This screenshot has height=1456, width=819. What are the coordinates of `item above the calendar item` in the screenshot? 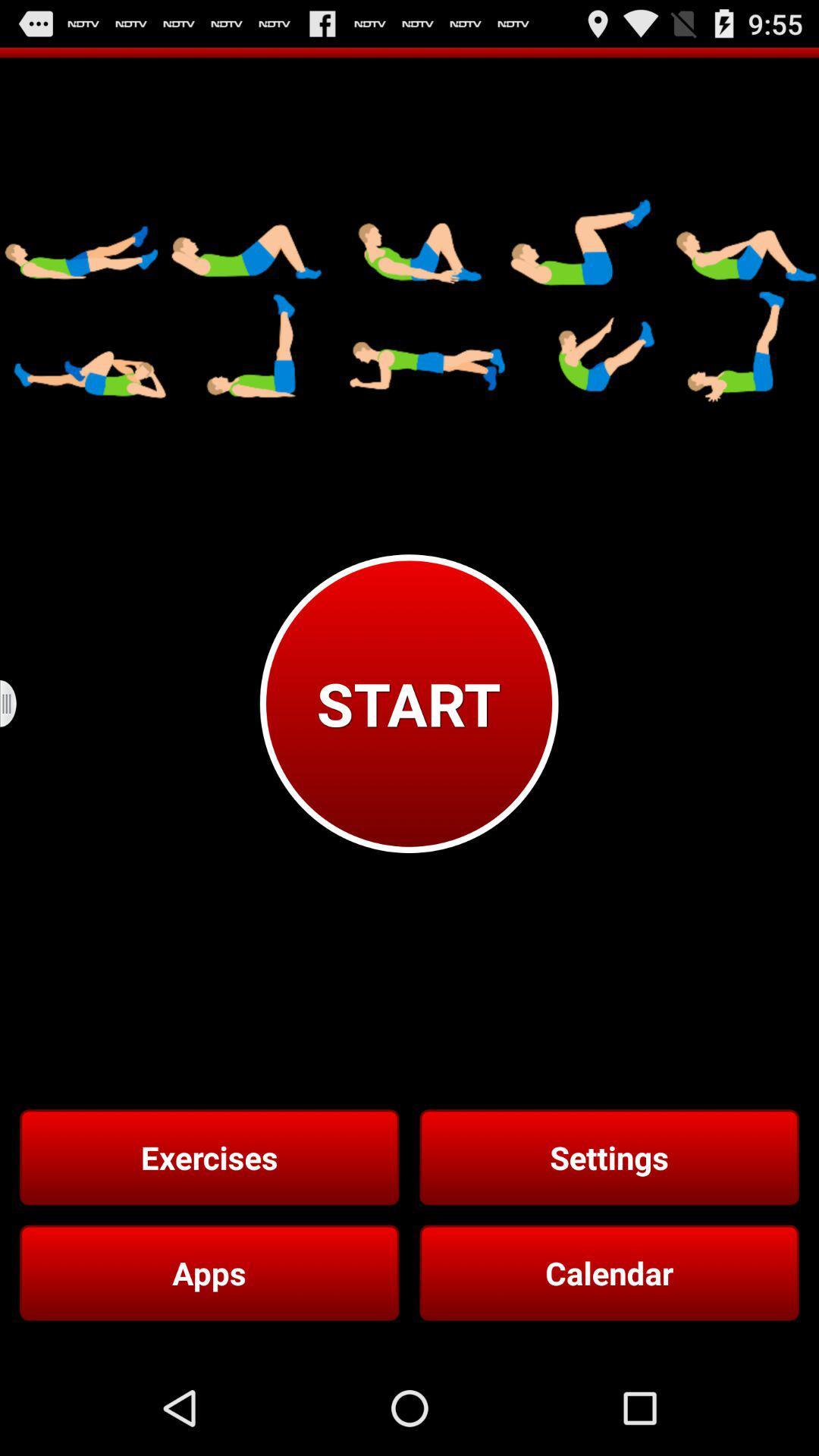 It's located at (608, 1156).